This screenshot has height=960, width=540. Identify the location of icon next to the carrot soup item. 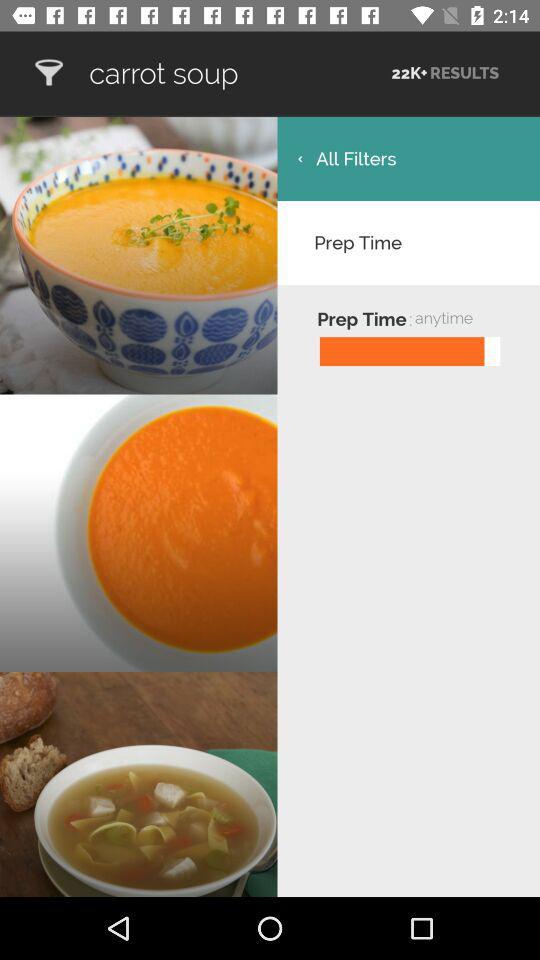
(48, 73).